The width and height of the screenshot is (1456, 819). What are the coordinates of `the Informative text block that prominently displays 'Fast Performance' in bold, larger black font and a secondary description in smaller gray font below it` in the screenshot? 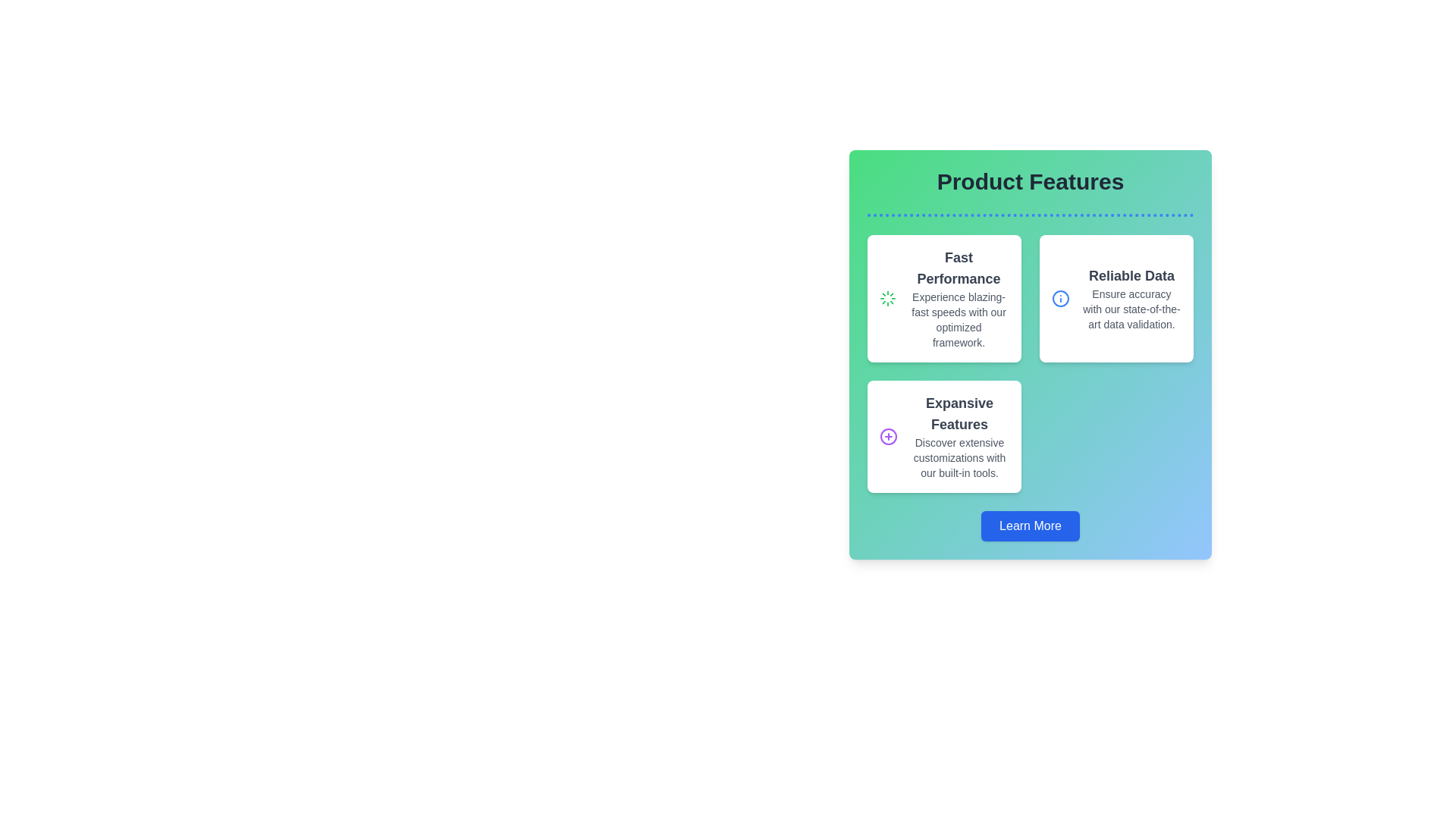 It's located at (958, 298).